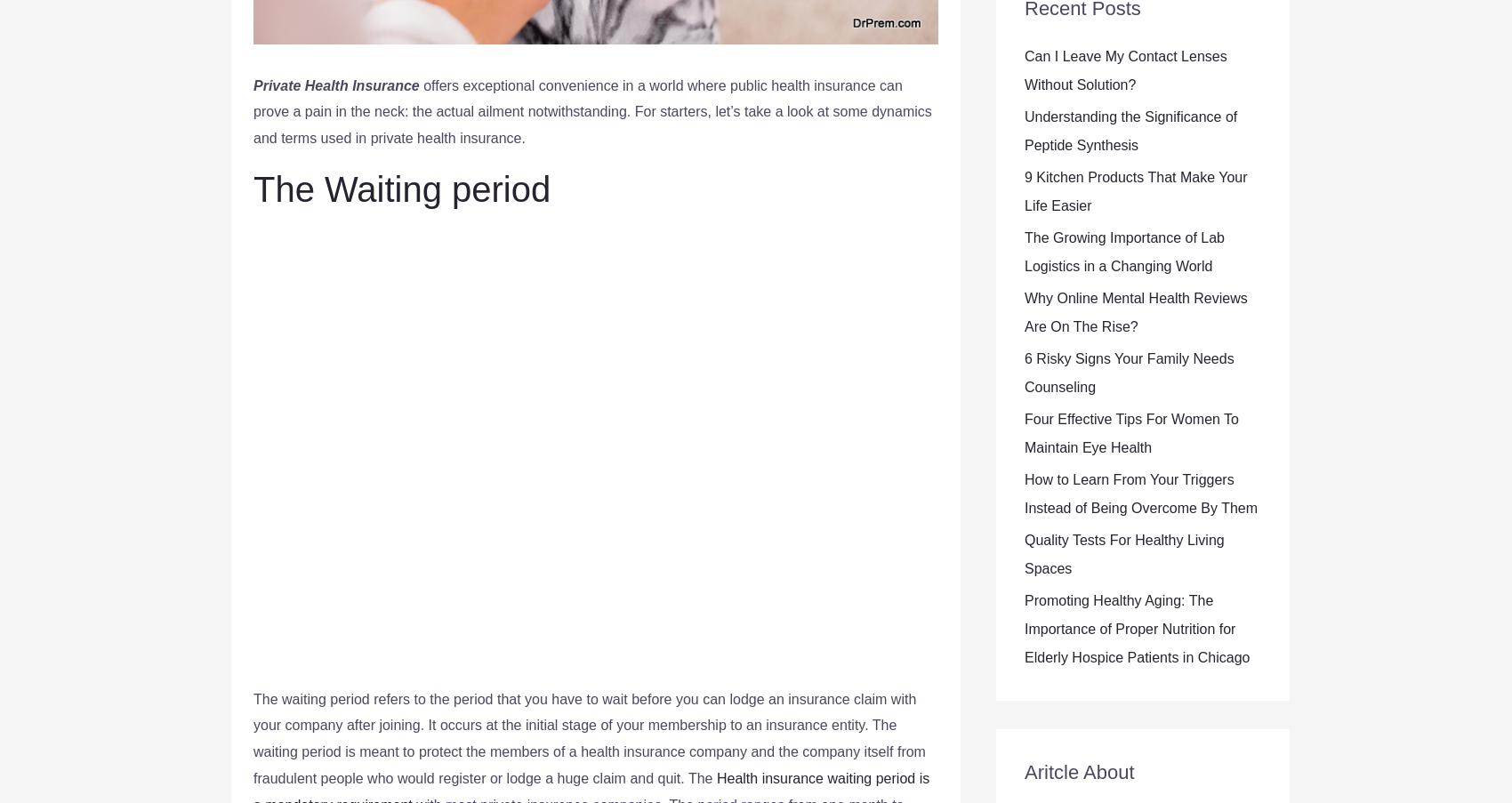 The image size is (1512, 803). Describe the element at coordinates (1137, 628) in the screenshot. I see `'Promoting Healthy Aging: The Importance of Proper Nutrition for Elderly Hospice Patients in Chicago'` at that location.